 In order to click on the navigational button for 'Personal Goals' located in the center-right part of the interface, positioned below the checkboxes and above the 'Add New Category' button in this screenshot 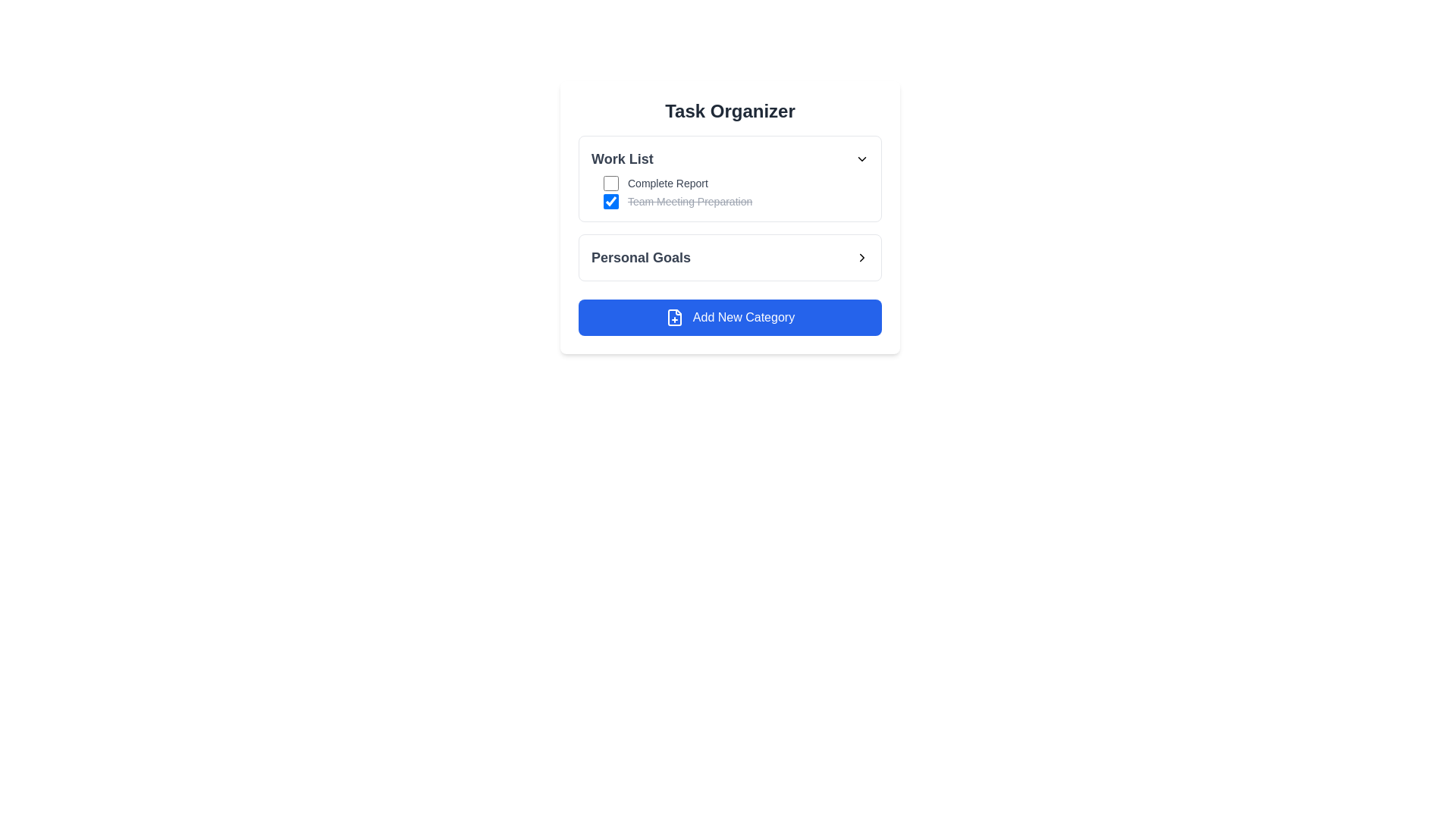, I will do `click(730, 256)`.